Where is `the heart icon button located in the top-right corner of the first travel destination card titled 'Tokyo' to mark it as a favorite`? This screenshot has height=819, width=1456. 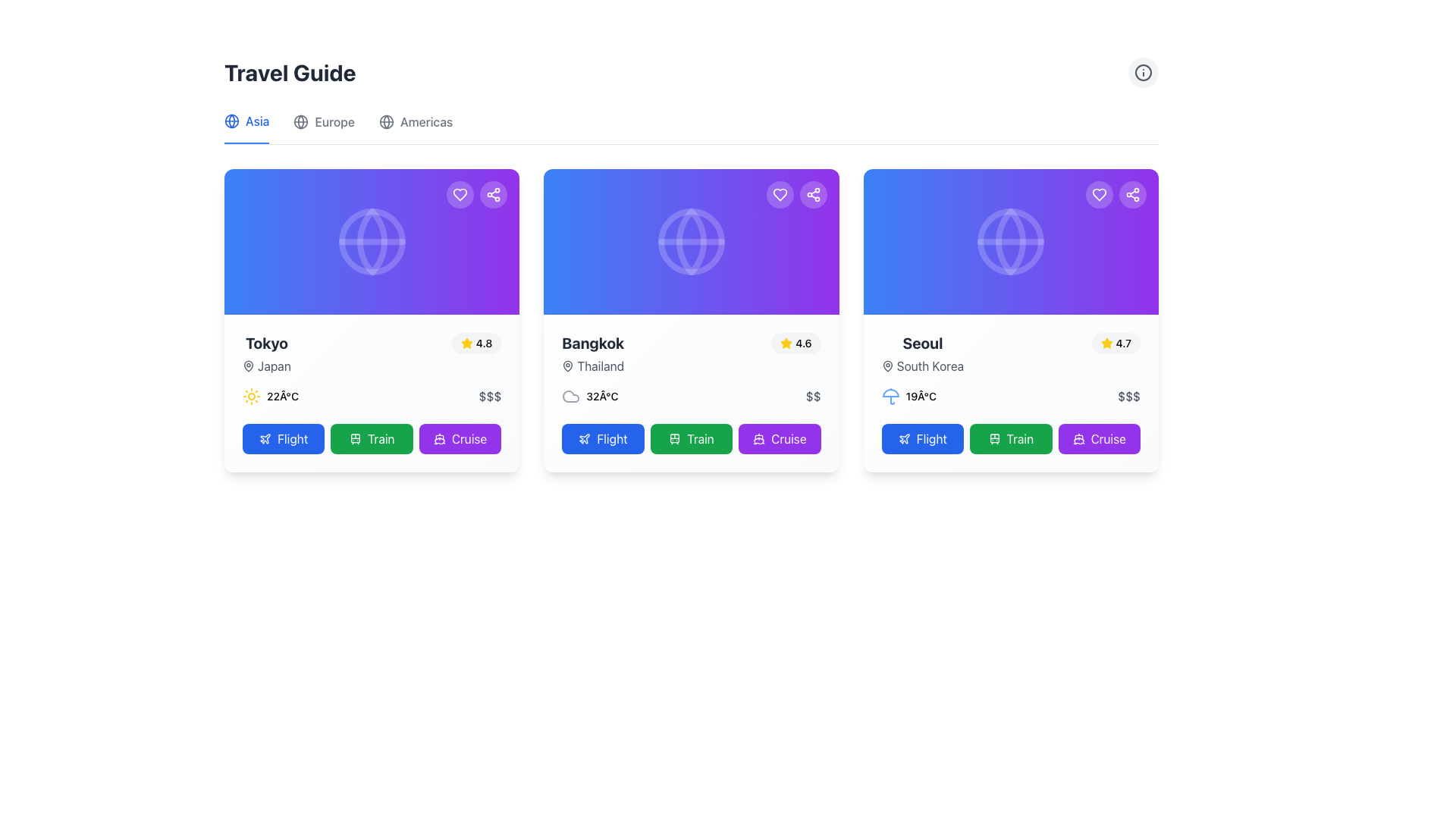
the heart icon button located in the top-right corner of the first travel destination card titled 'Tokyo' to mark it as a favorite is located at coordinates (460, 194).